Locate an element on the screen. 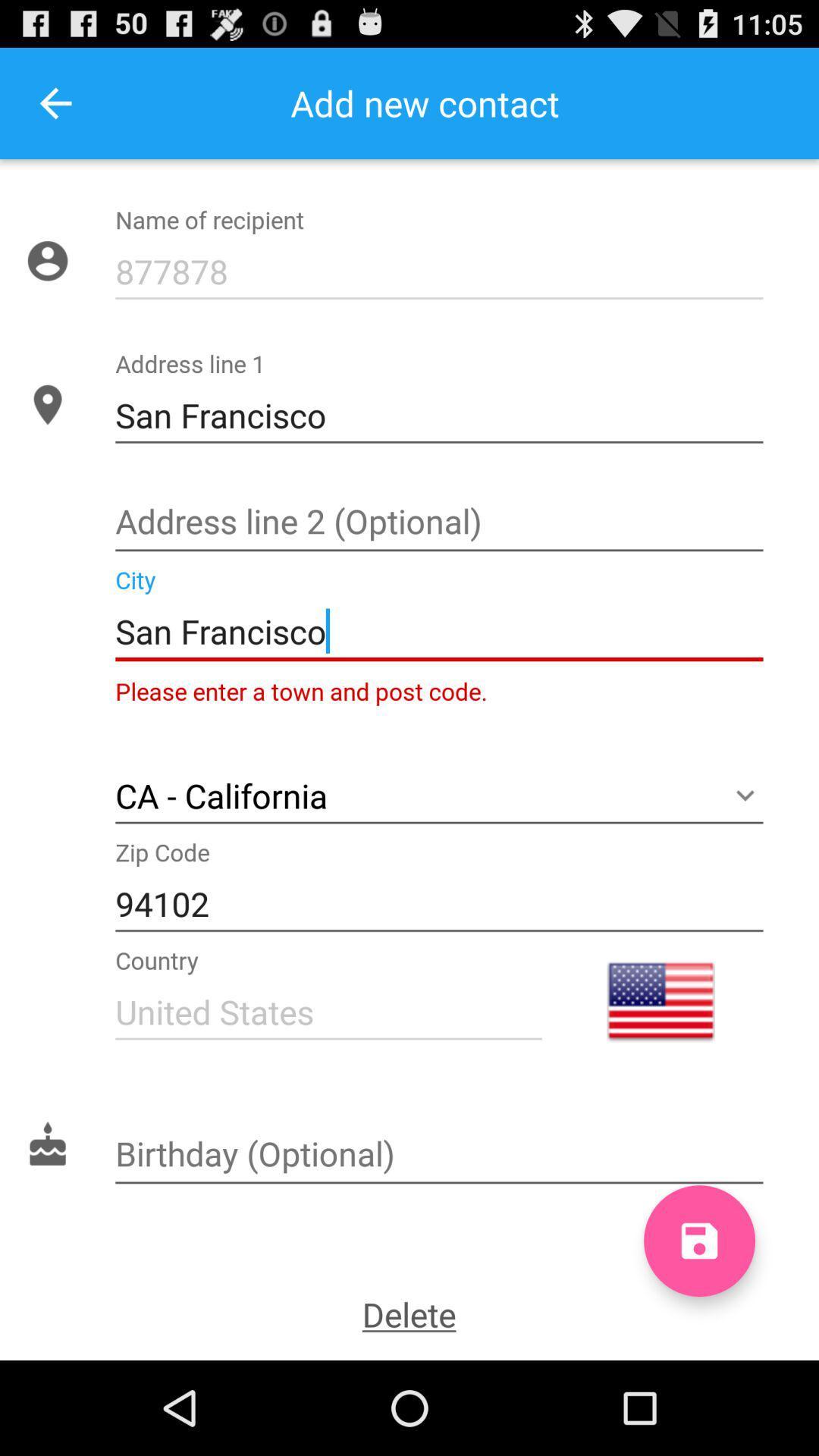 The width and height of the screenshot is (819, 1456). birth date text box is located at coordinates (439, 1155).